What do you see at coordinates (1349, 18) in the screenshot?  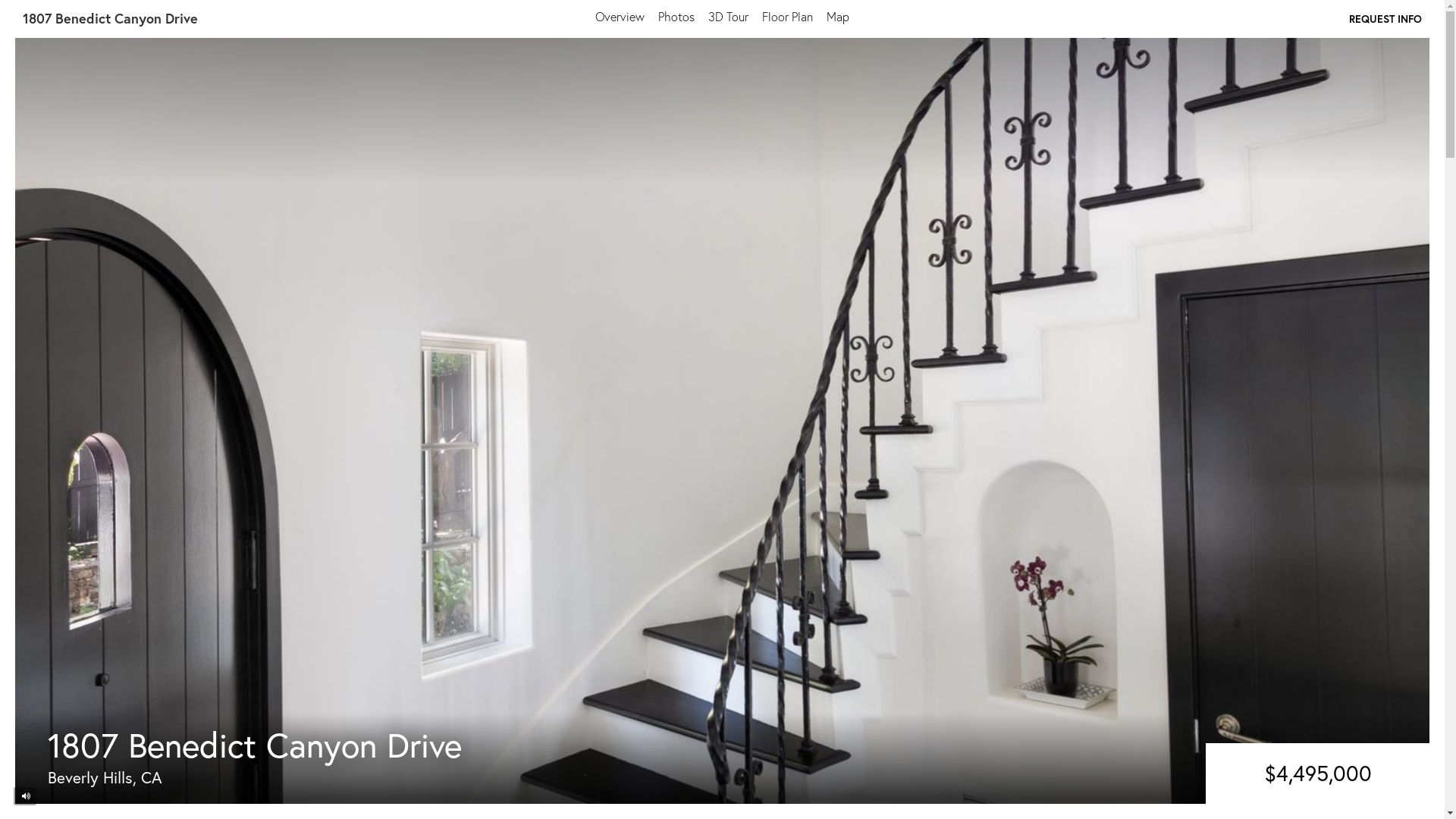 I see `'REQUEST INFO'` at bounding box center [1349, 18].